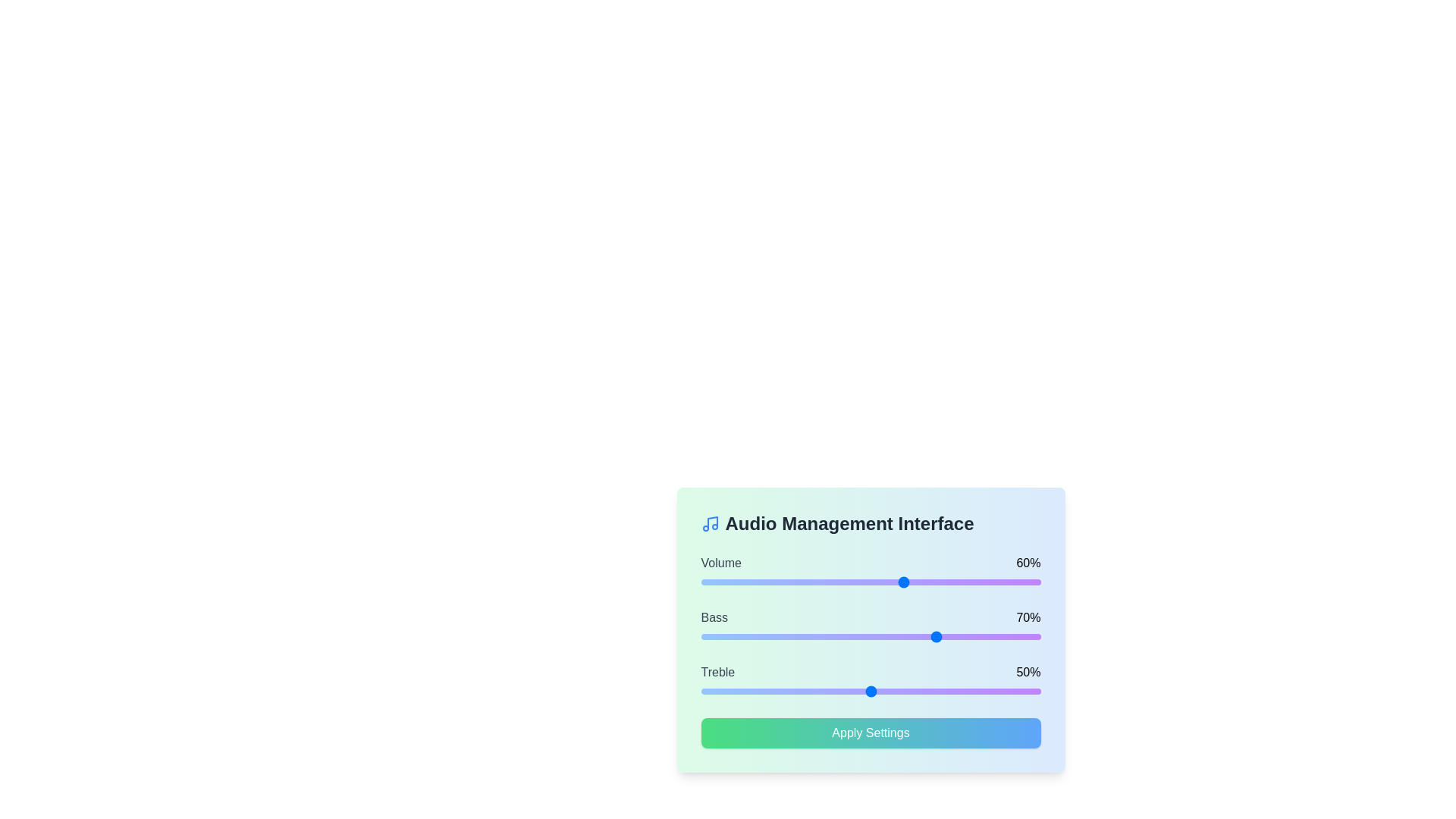 The width and height of the screenshot is (1456, 819). I want to click on the treble level, so click(748, 691).